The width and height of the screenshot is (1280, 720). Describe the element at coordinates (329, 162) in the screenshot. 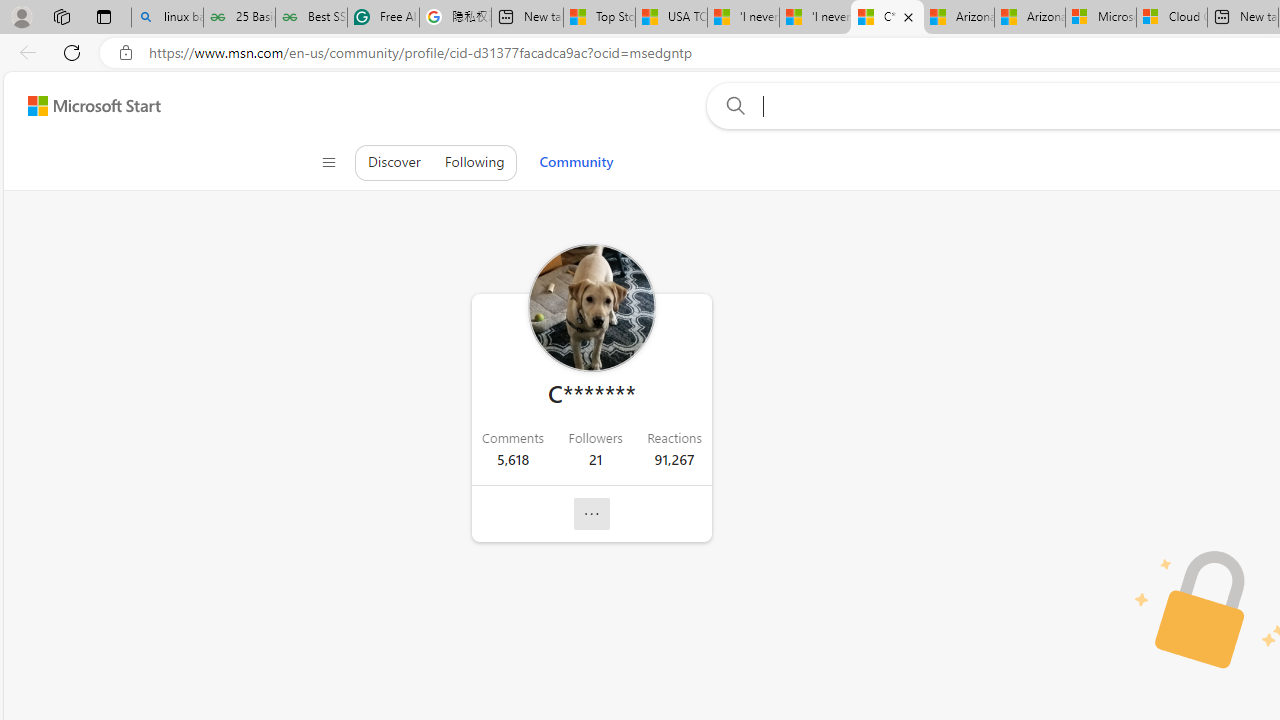

I see `'Class: control icon-only'` at that location.